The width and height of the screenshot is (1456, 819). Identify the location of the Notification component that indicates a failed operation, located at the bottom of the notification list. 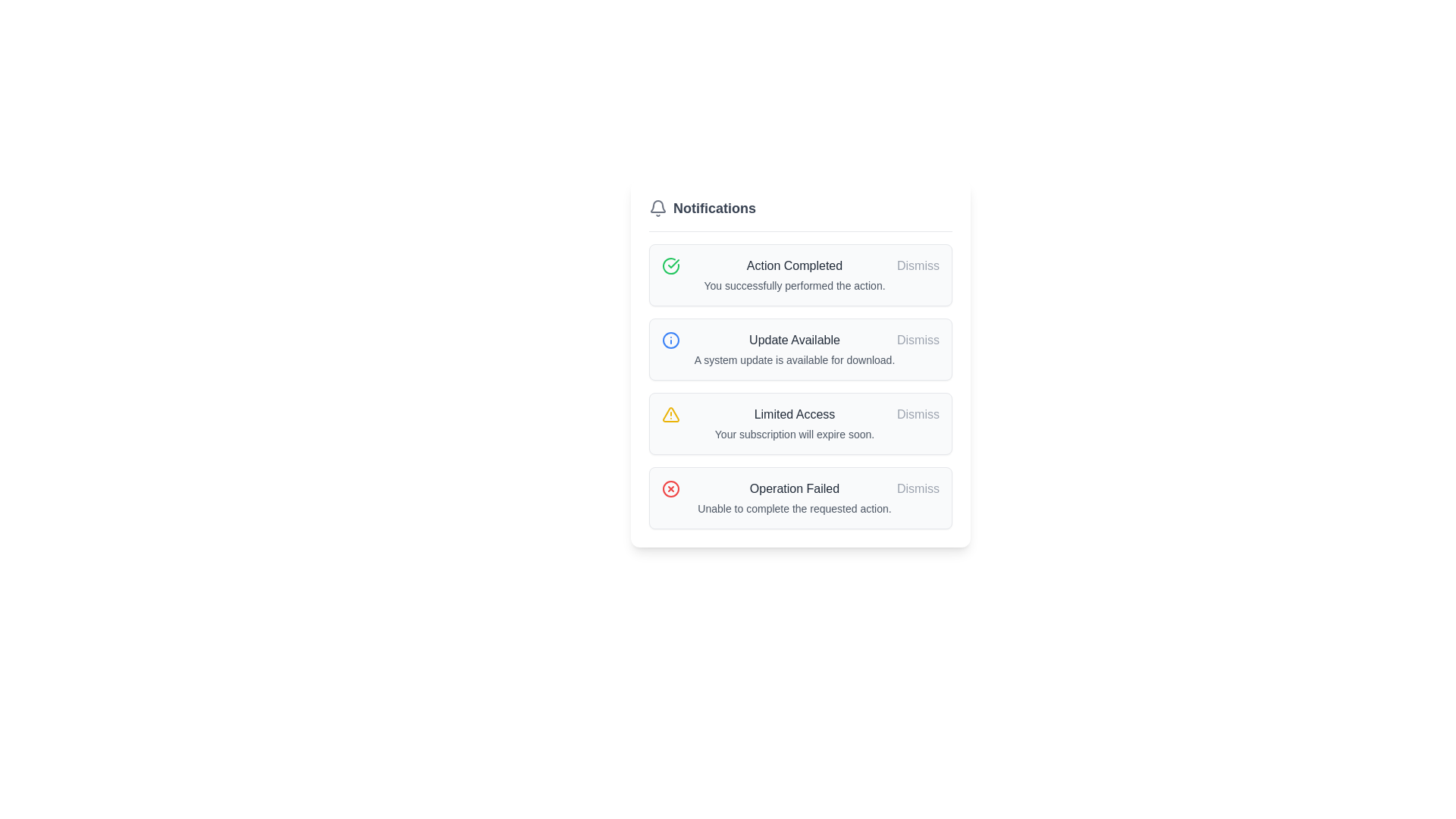
(800, 497).